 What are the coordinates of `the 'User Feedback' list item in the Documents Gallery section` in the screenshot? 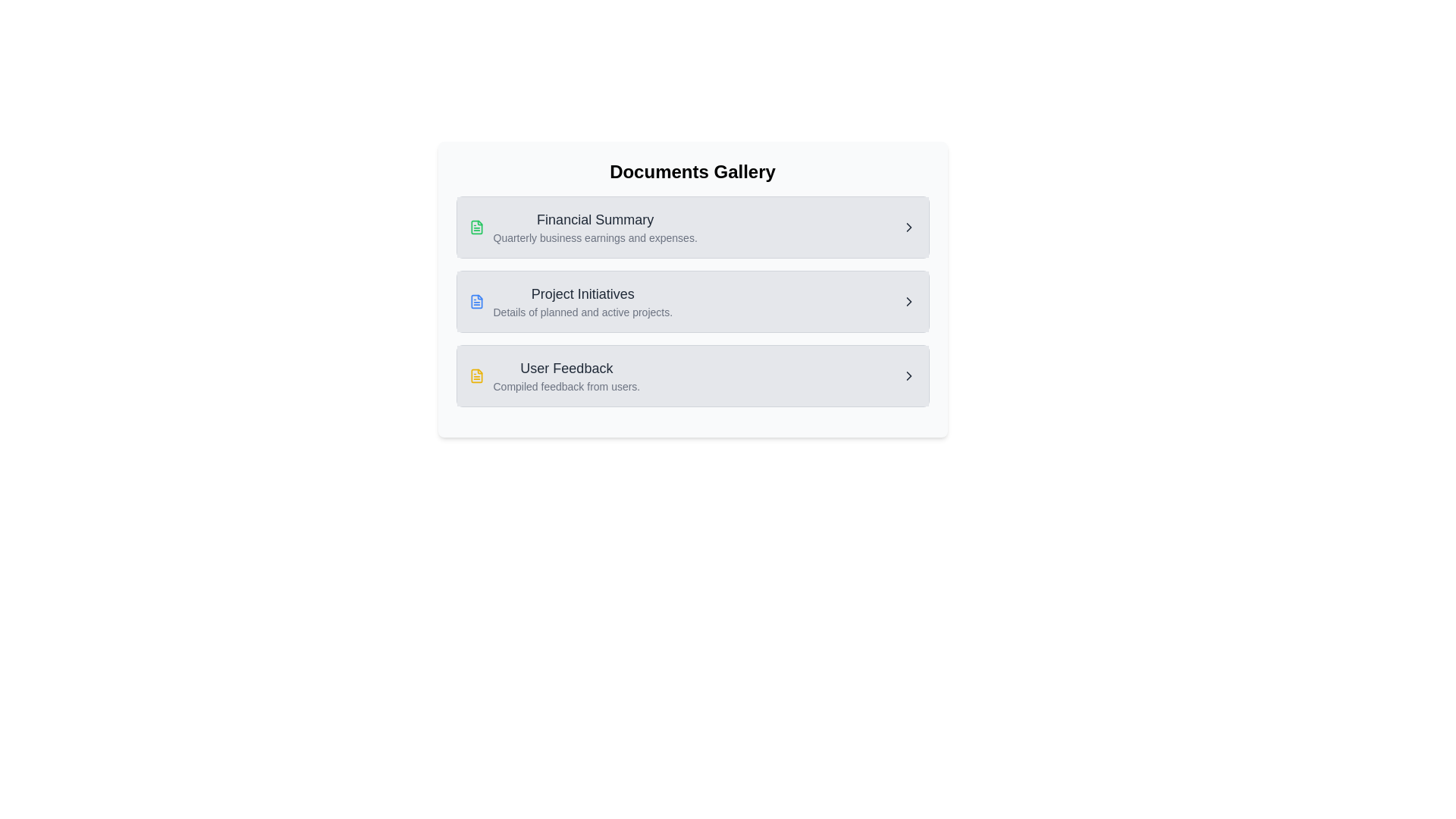 It's located at (692, 375).